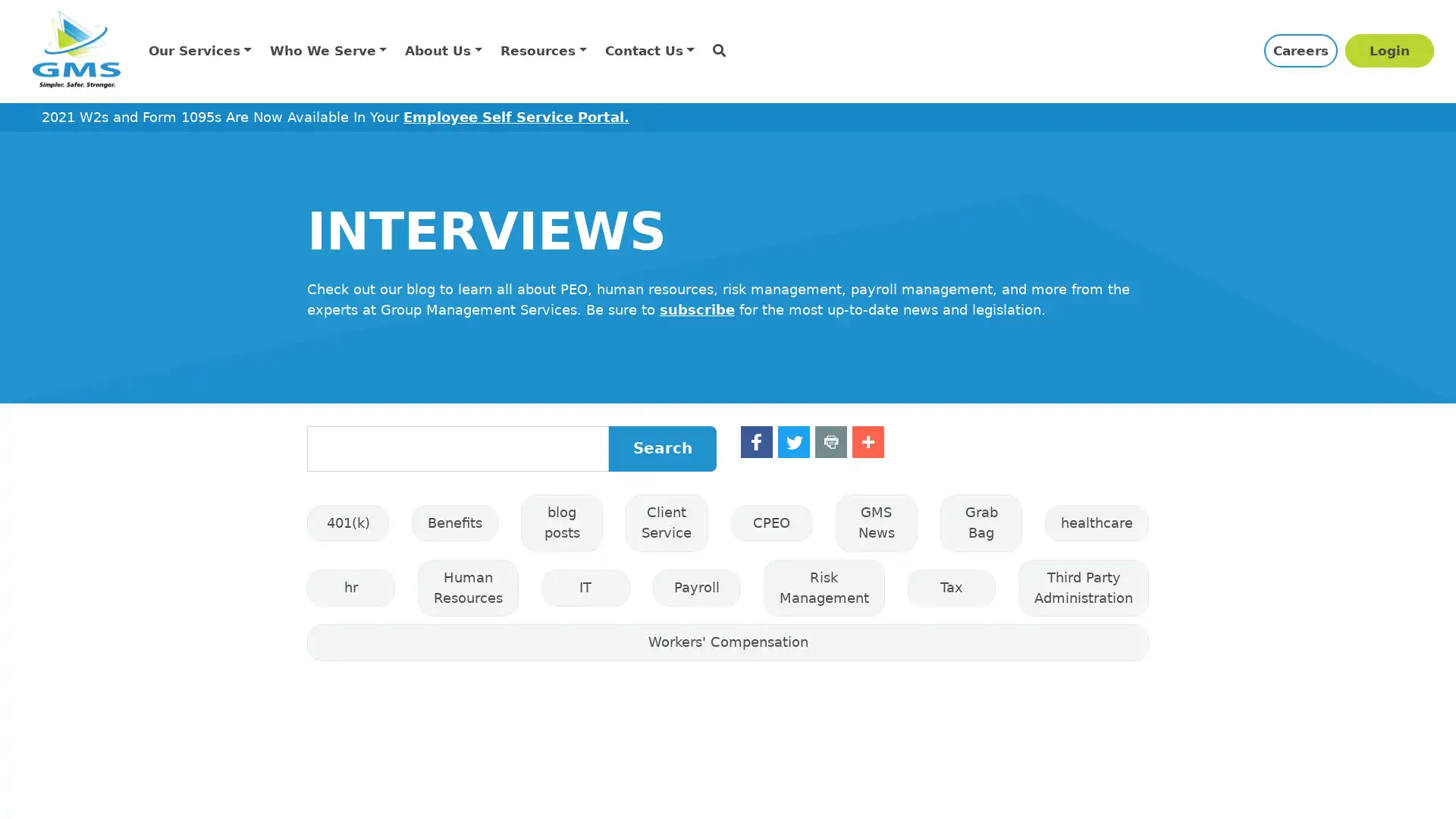 The width and height of the screenshot is (1456, 819). I want to click on Share to More More, so click(1012, 441).